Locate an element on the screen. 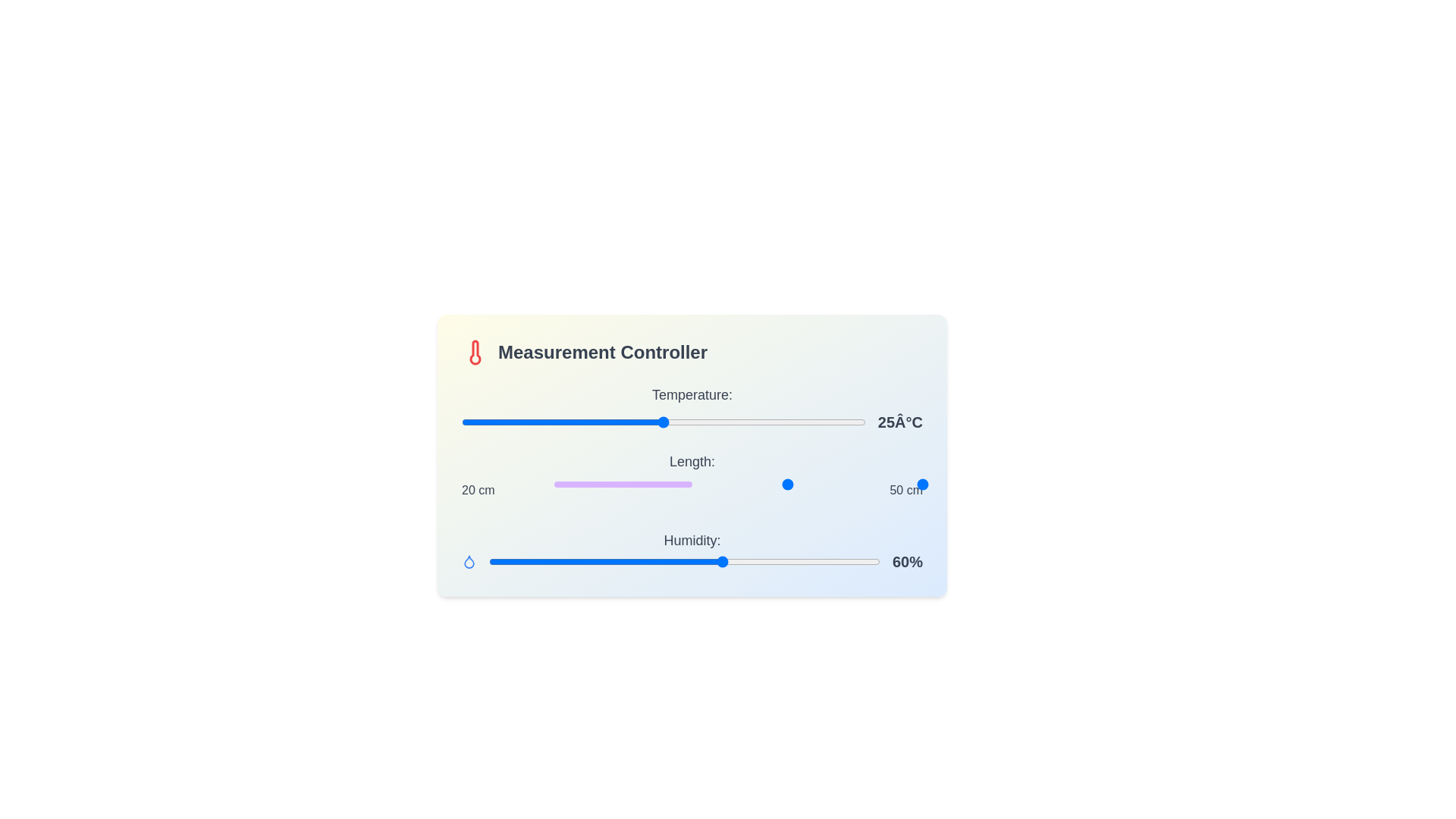 The image size is (1456, 819). the slider is located at coordinates (736, 422).